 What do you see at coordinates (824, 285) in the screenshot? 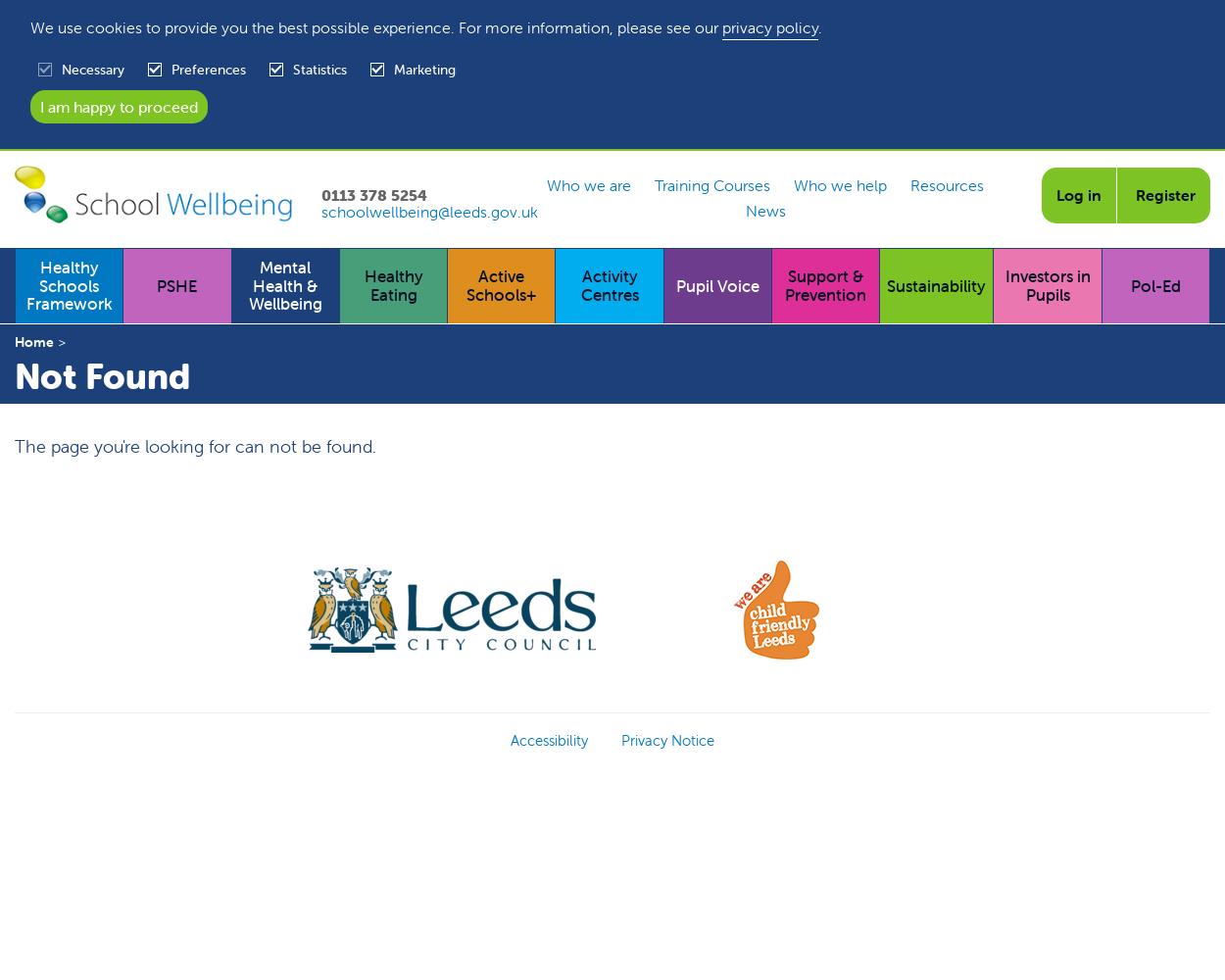
I see `'Support & Prevention'` at bounding box center [824, 285].